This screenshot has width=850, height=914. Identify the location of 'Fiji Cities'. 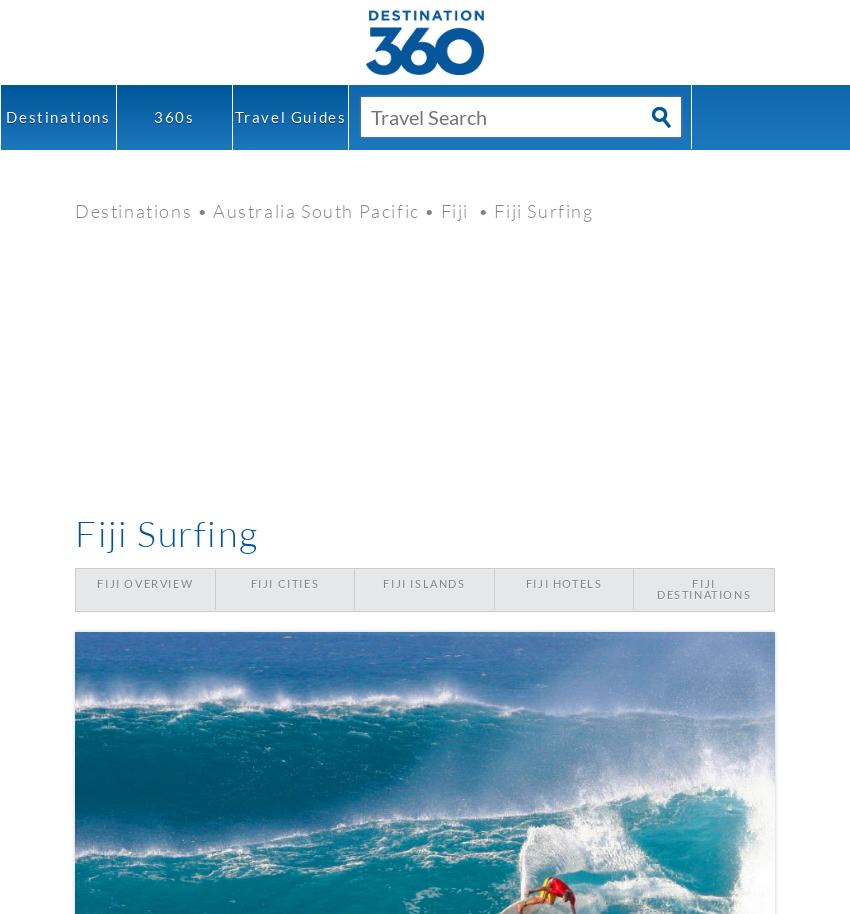
(283, 583).